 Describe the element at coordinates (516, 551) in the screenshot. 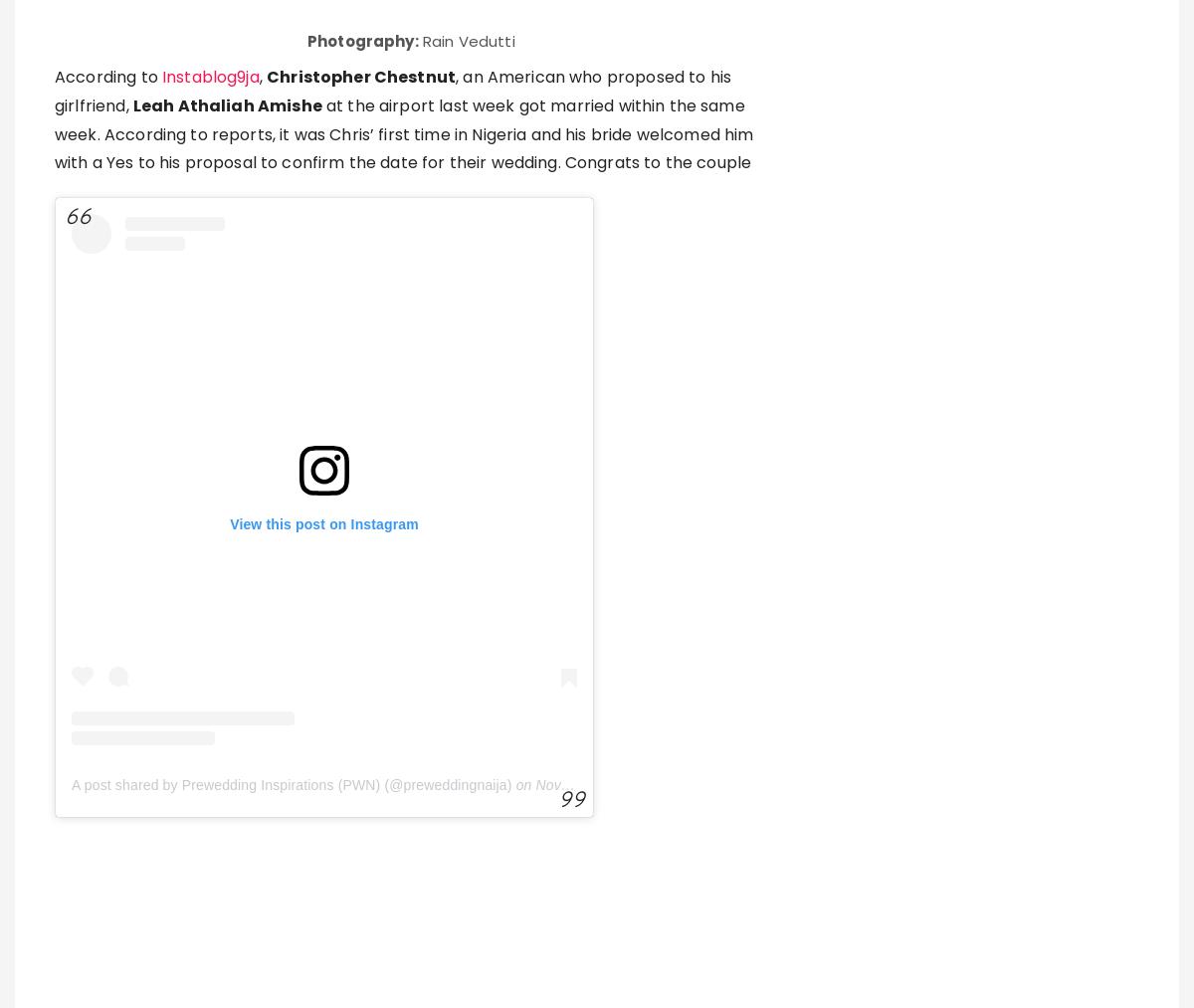

I see `'and his girlfriend,'` at that location.